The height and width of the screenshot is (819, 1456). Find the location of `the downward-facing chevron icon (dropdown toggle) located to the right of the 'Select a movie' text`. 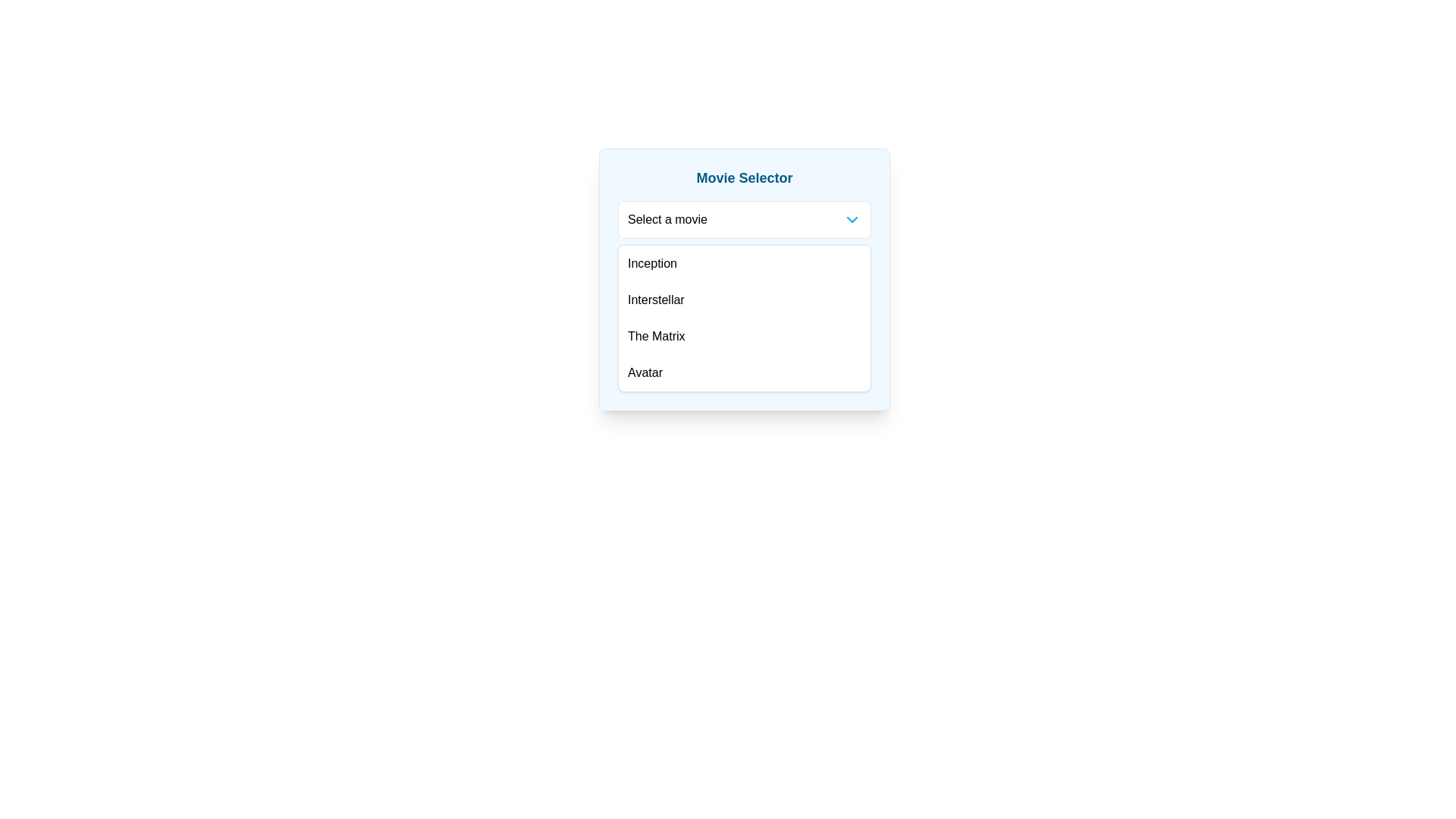

the downward-facing chevron icon (dropdown toggle) located to the right of the 'Select a movie' text is located at coordinates (852, 219).